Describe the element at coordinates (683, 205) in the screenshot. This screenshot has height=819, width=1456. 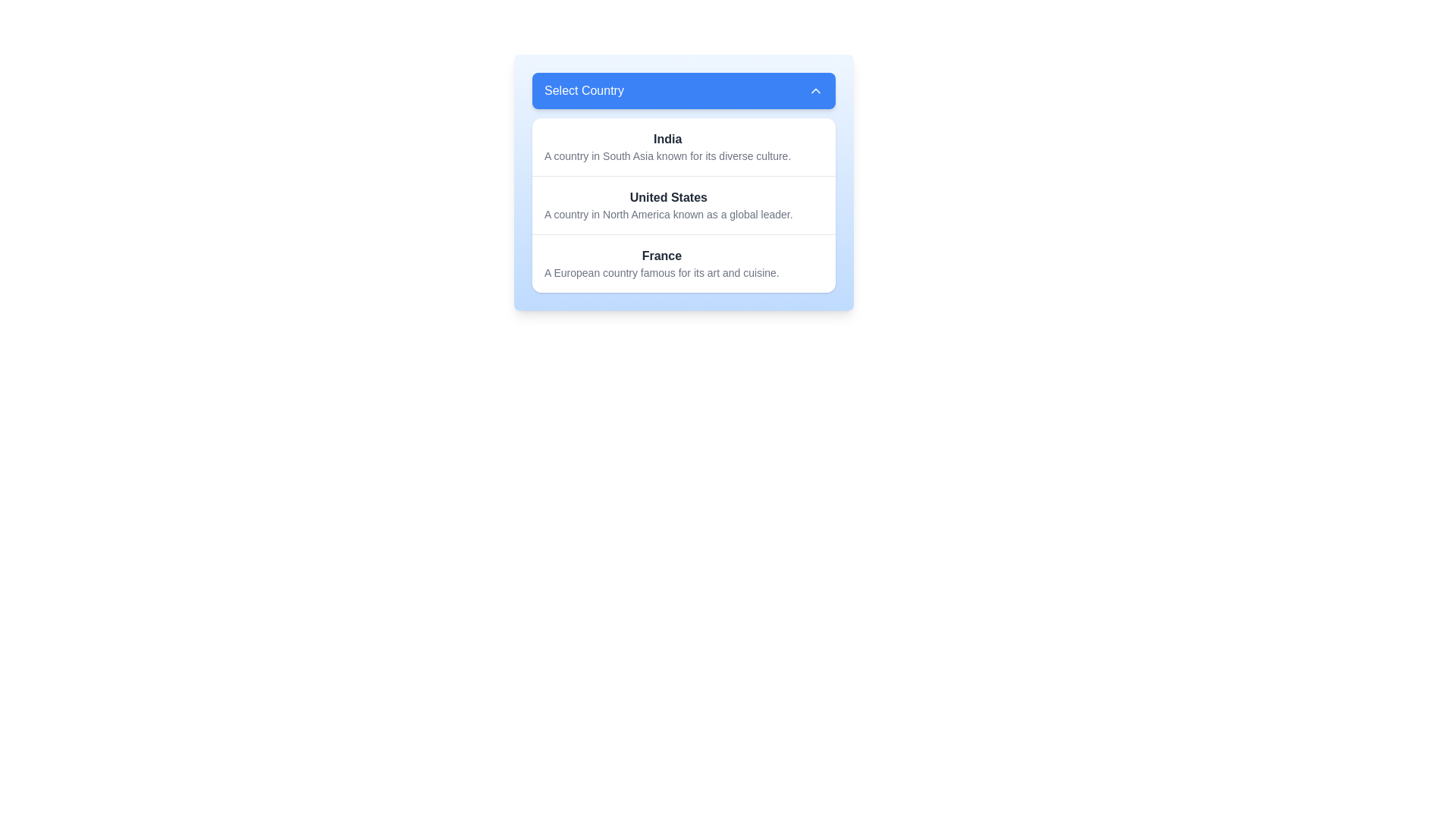
I see `the dropdown list item labeled 'United States', which is the second element in the list` at that location.